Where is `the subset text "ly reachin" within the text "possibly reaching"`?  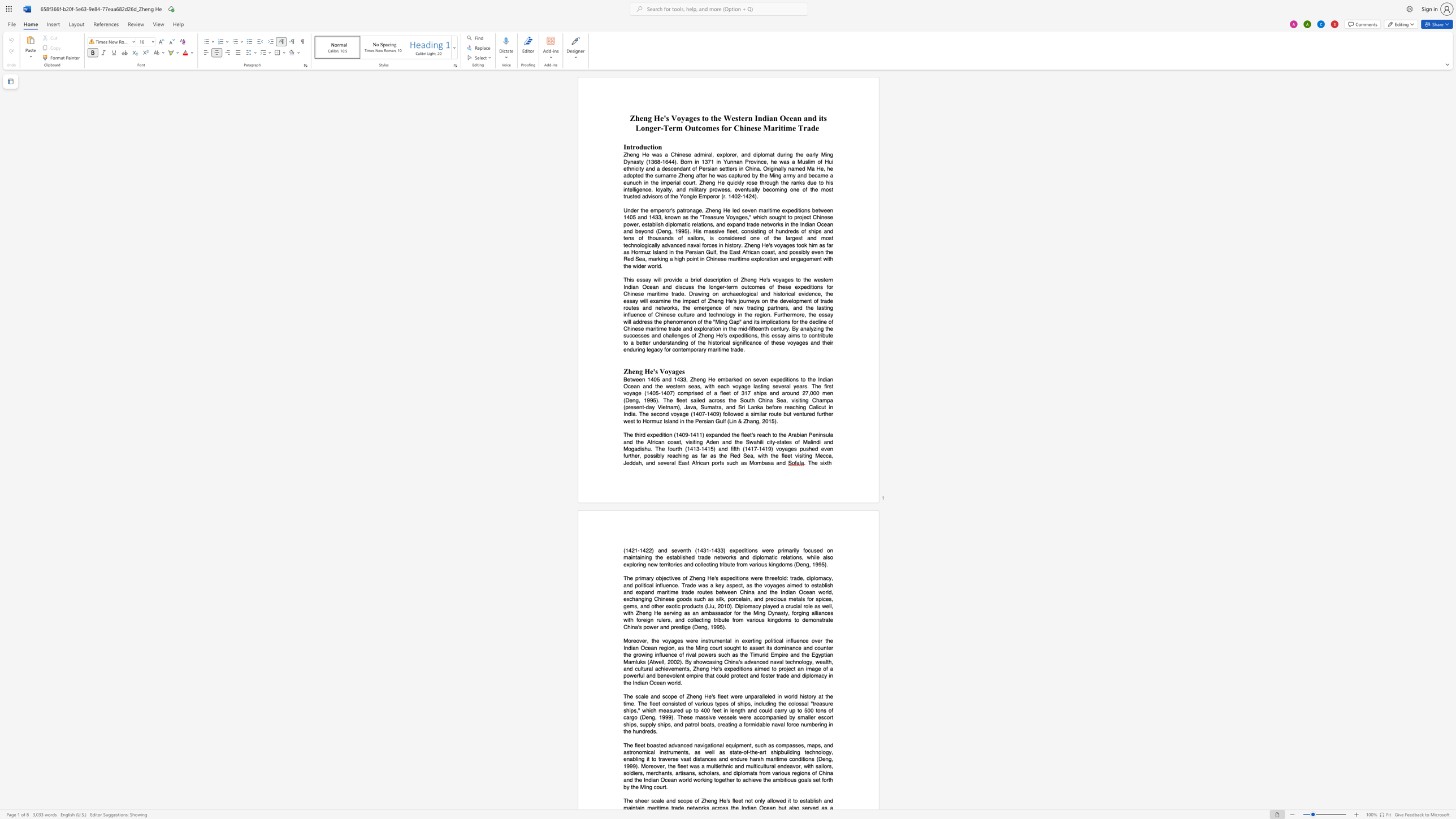 the subset text "ly reachin" within the text "possibly reaching" is located at coordinates (660, 456).